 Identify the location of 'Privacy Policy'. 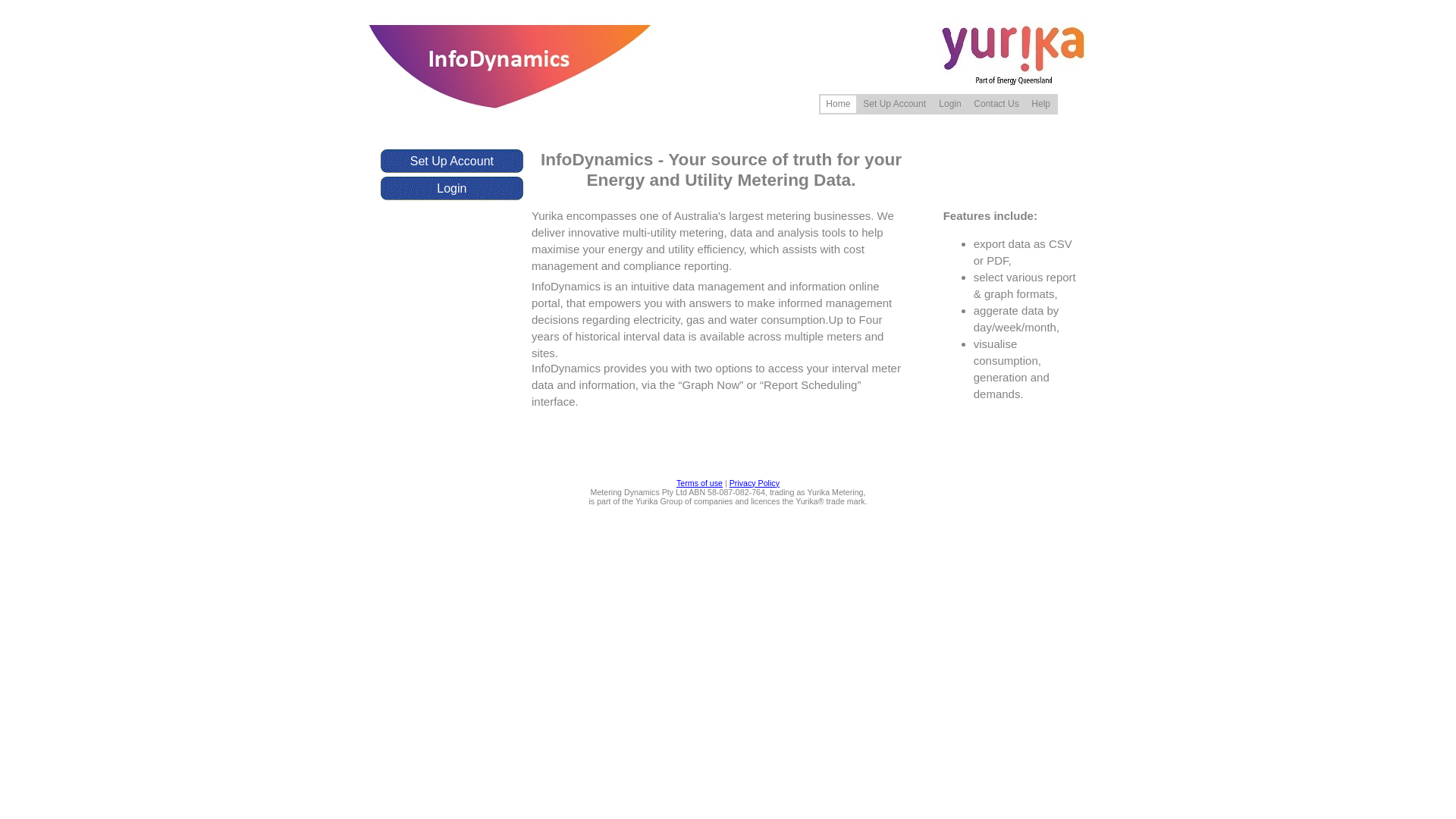
(729, 482).